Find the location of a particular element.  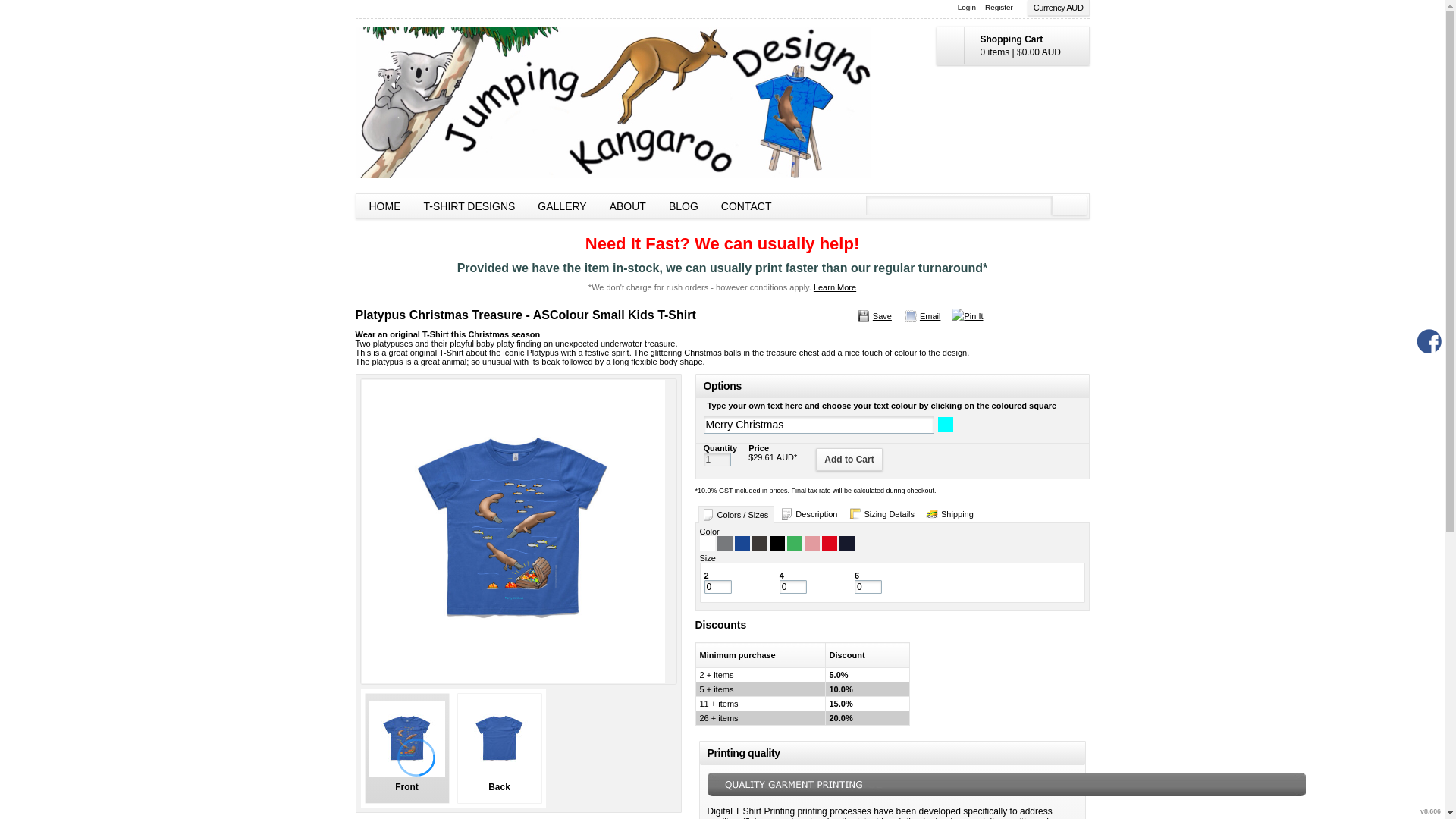

'Red' is located at coordinates (829, 543).